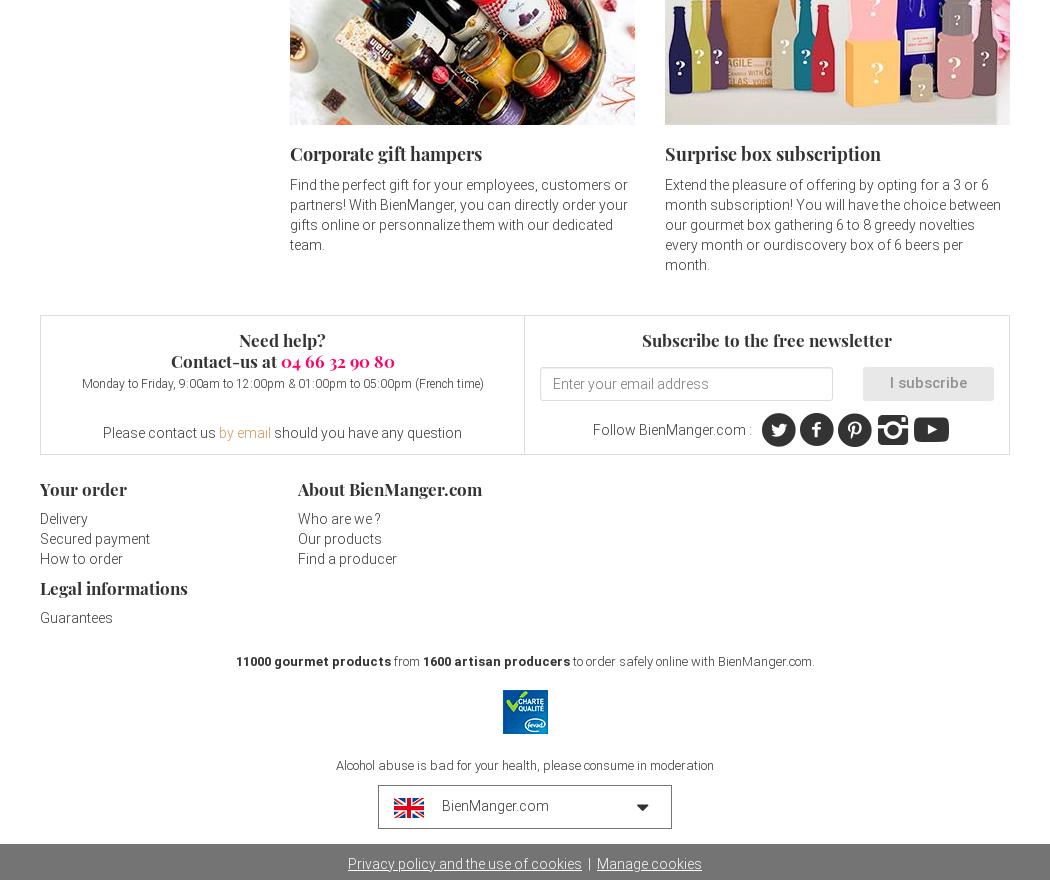  What do you see at coordinates (238, 340) in the screenshot?
I see `'Need help?'` at bounding box center [238, 340].